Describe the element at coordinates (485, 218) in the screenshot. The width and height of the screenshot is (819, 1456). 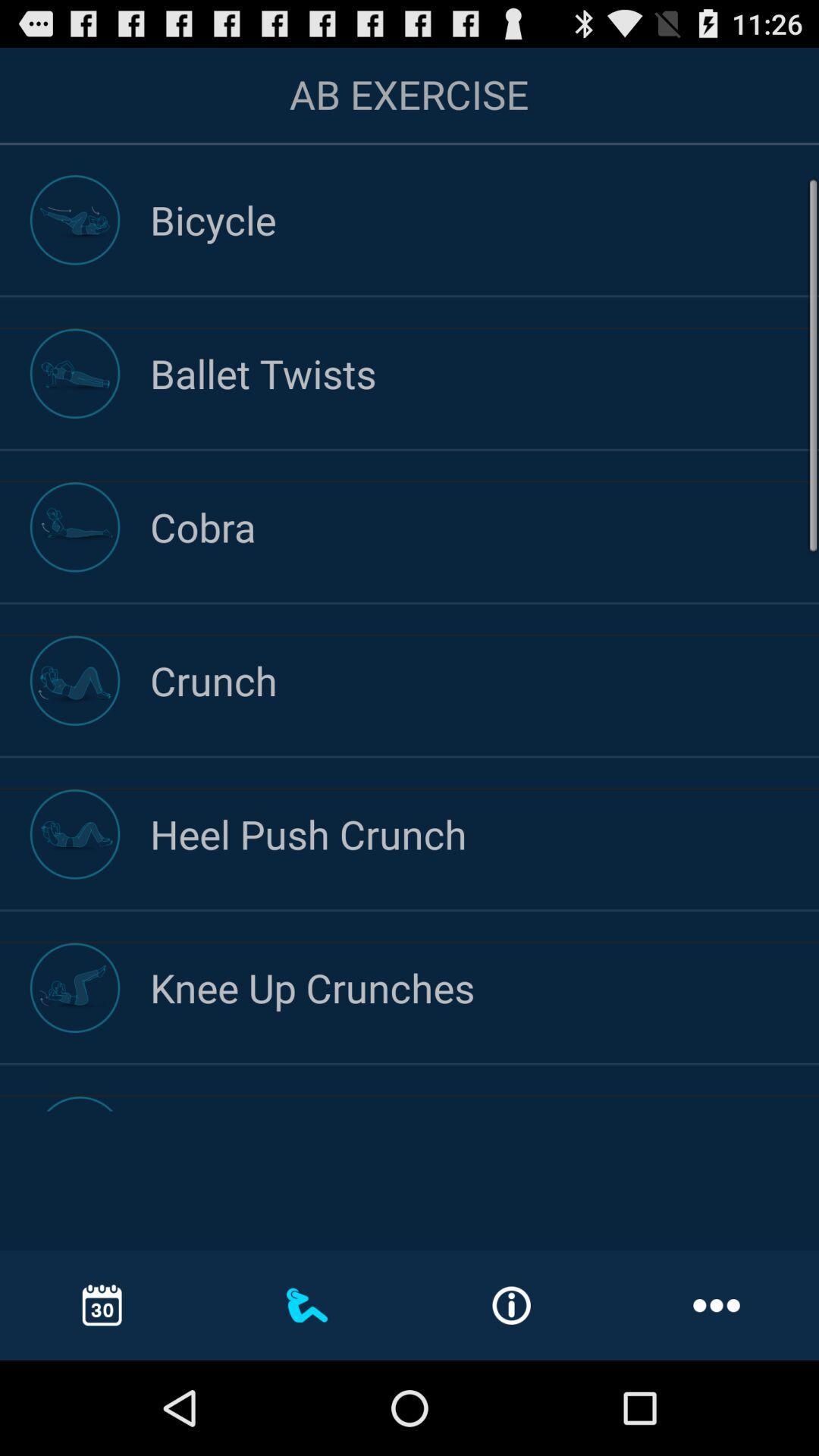
I see `bicycle icon` at that location.